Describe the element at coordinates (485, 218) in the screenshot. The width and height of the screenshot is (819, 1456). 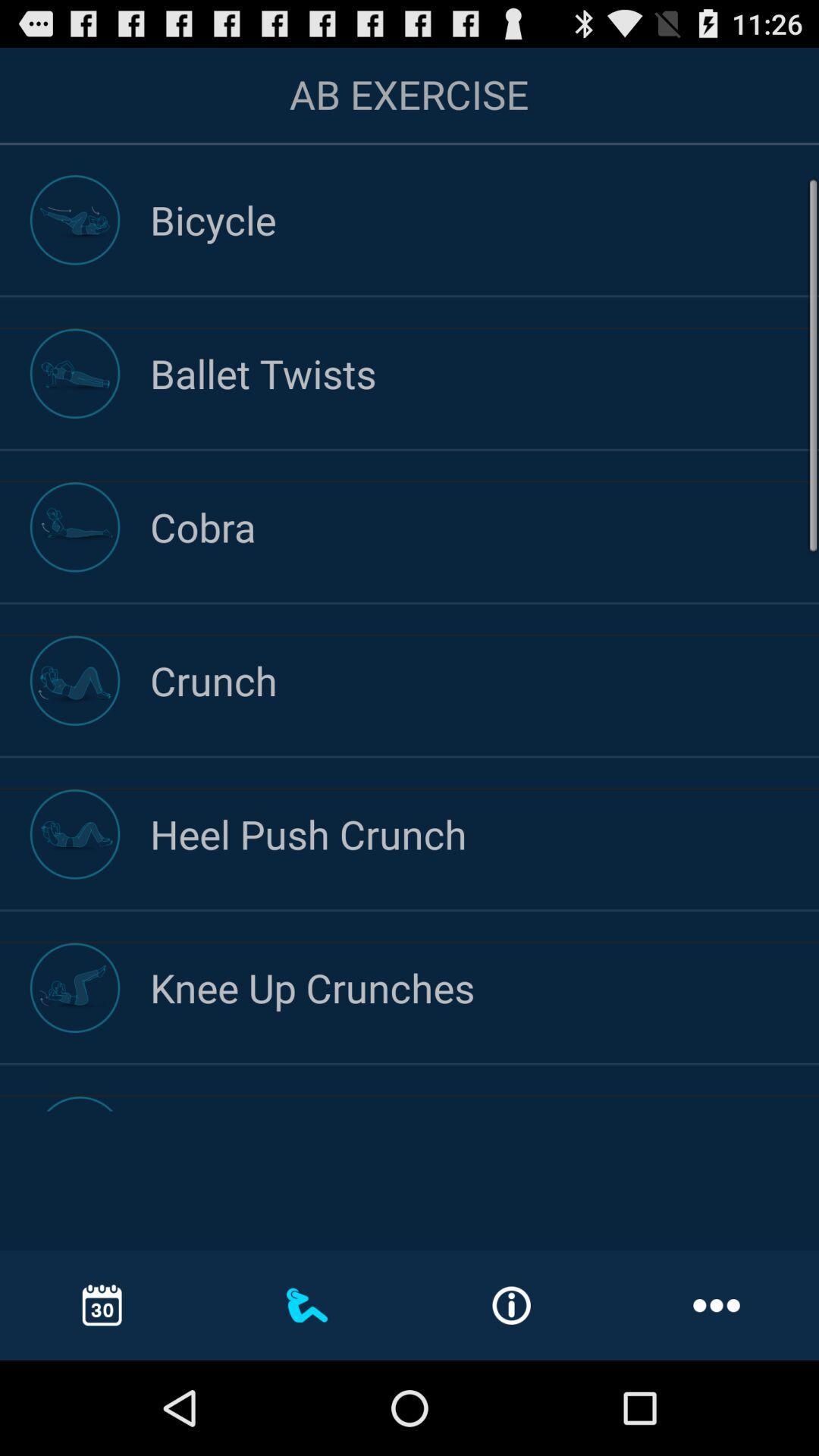
I see `bicycle icon` at that location.